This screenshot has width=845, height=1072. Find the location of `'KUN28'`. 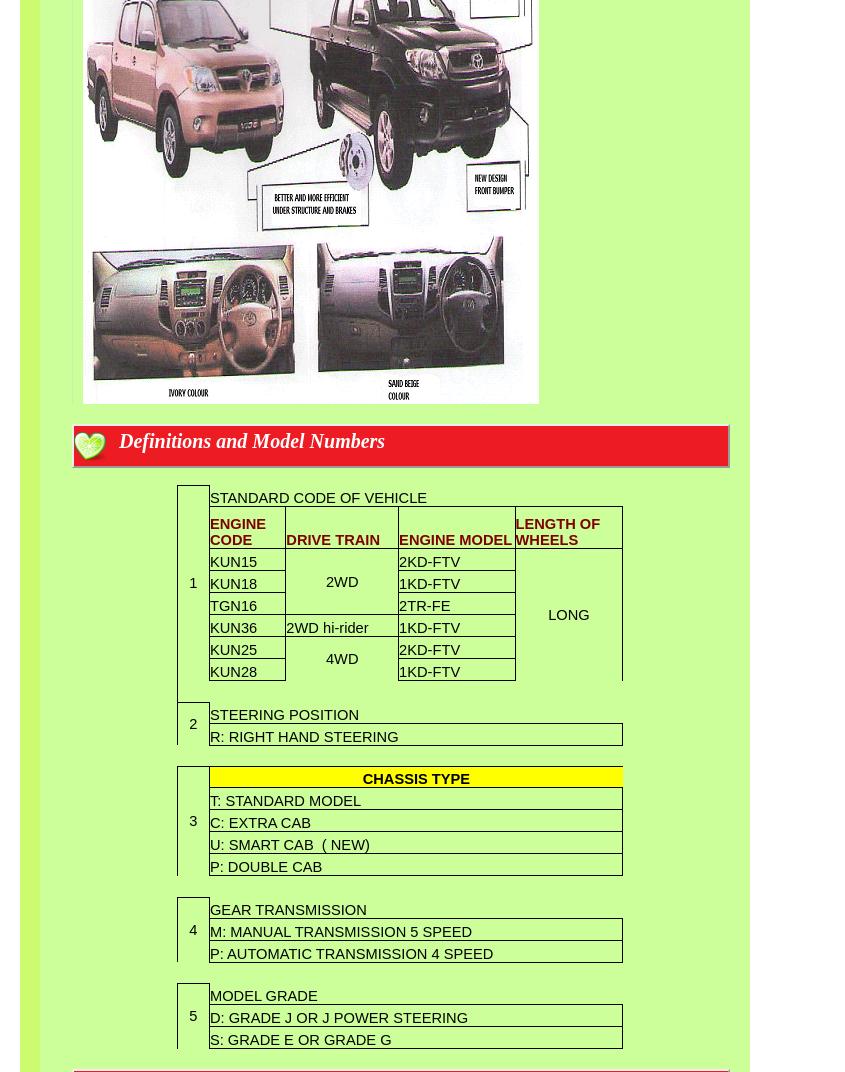

'KUN28' is located at coordinates (231, 671).